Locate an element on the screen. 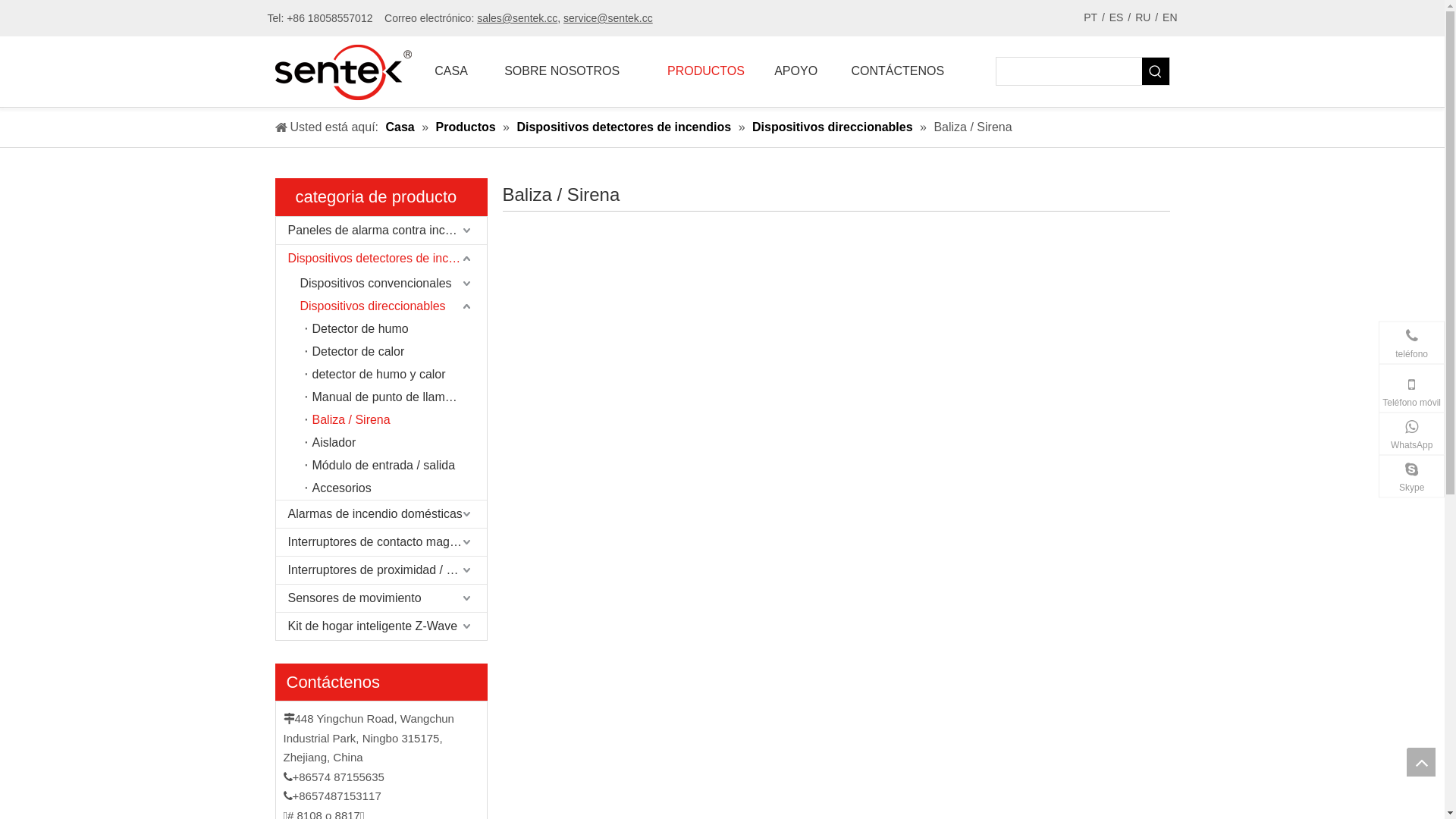  'Interruptores de proximidad / sensores Reed' is located at coordinates (381, 570).